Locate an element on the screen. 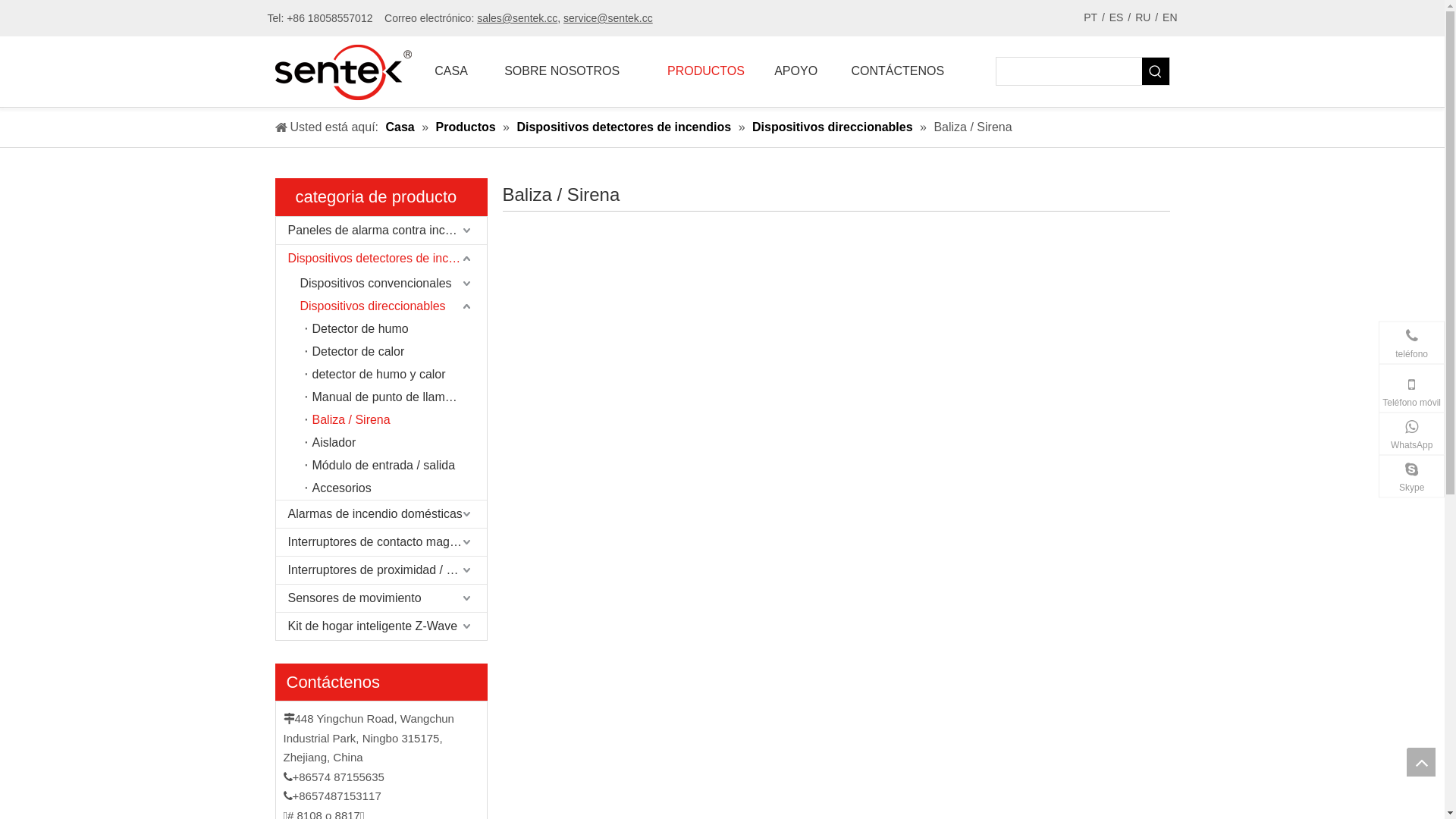  'Interruptores de proximidad / sensores Reed' is located at coordinates (381, 570).